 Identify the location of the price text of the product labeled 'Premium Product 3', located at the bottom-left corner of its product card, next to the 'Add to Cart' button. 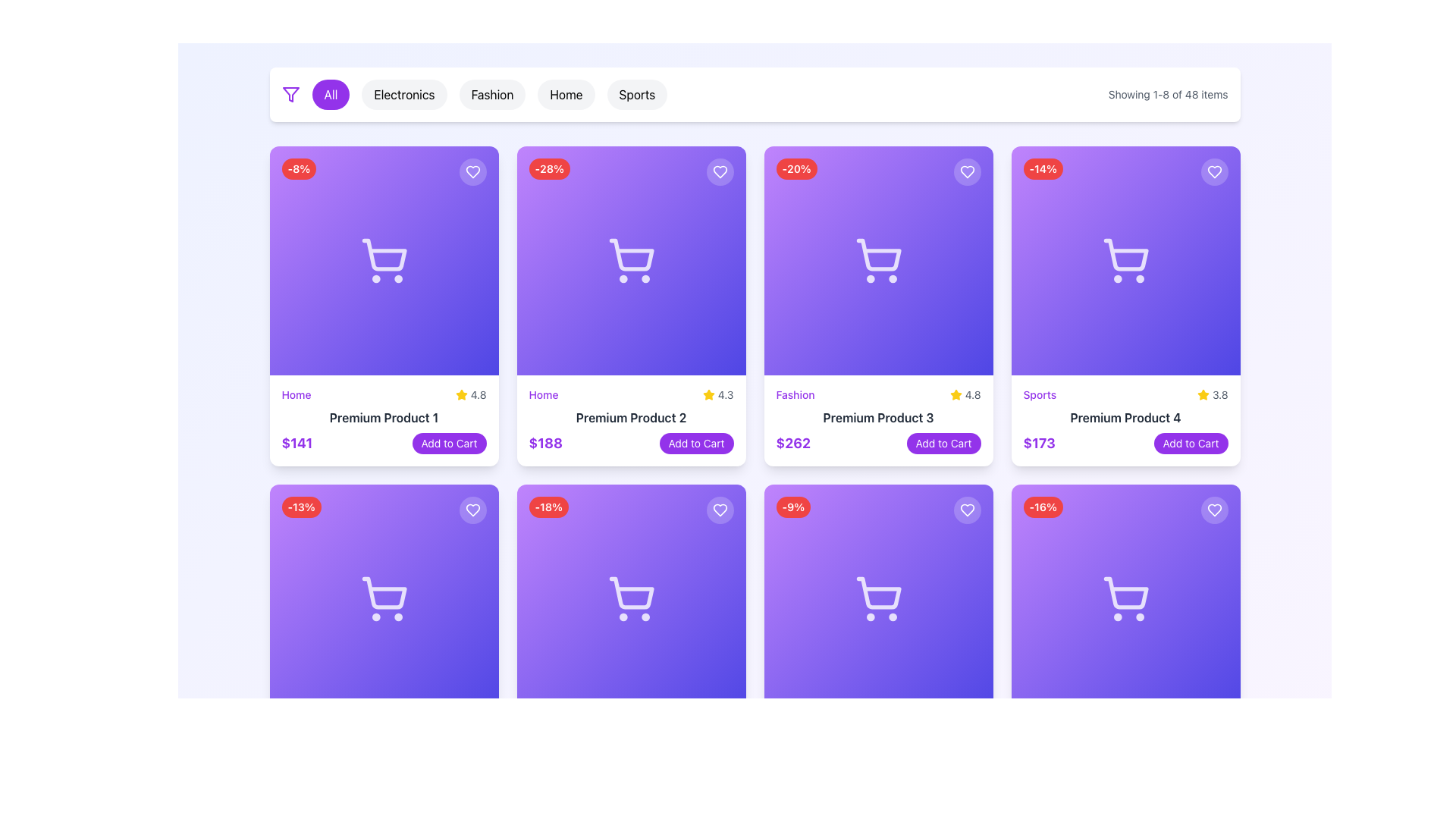
(792, 444).